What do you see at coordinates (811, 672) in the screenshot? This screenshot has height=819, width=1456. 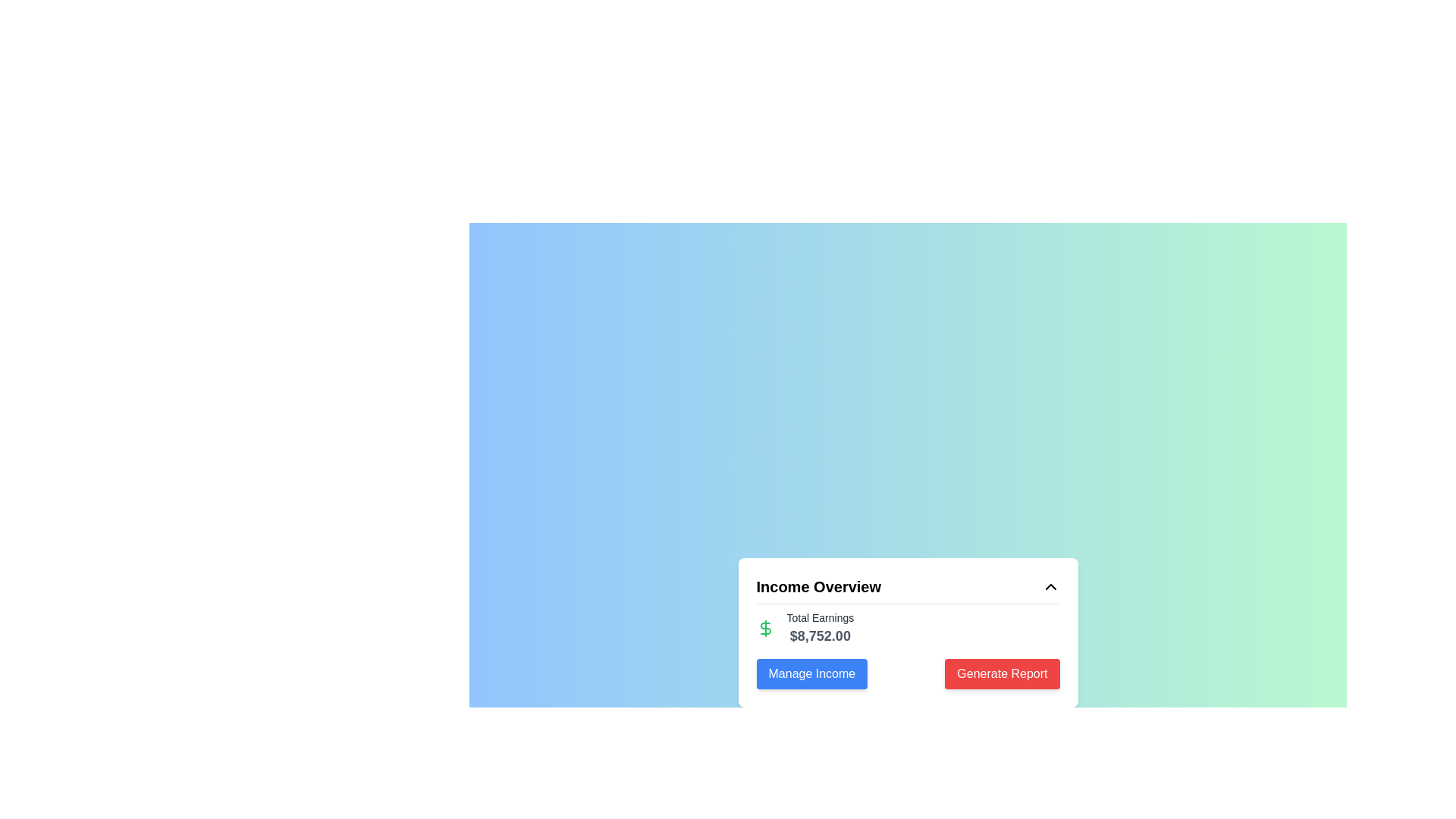 I see `the 'Manage Income' button, which is a rectangular button with rounded corners, styled with a blue background and white text, located in the bottom area under 'Income Overview'` at bounding box center [811, 672].